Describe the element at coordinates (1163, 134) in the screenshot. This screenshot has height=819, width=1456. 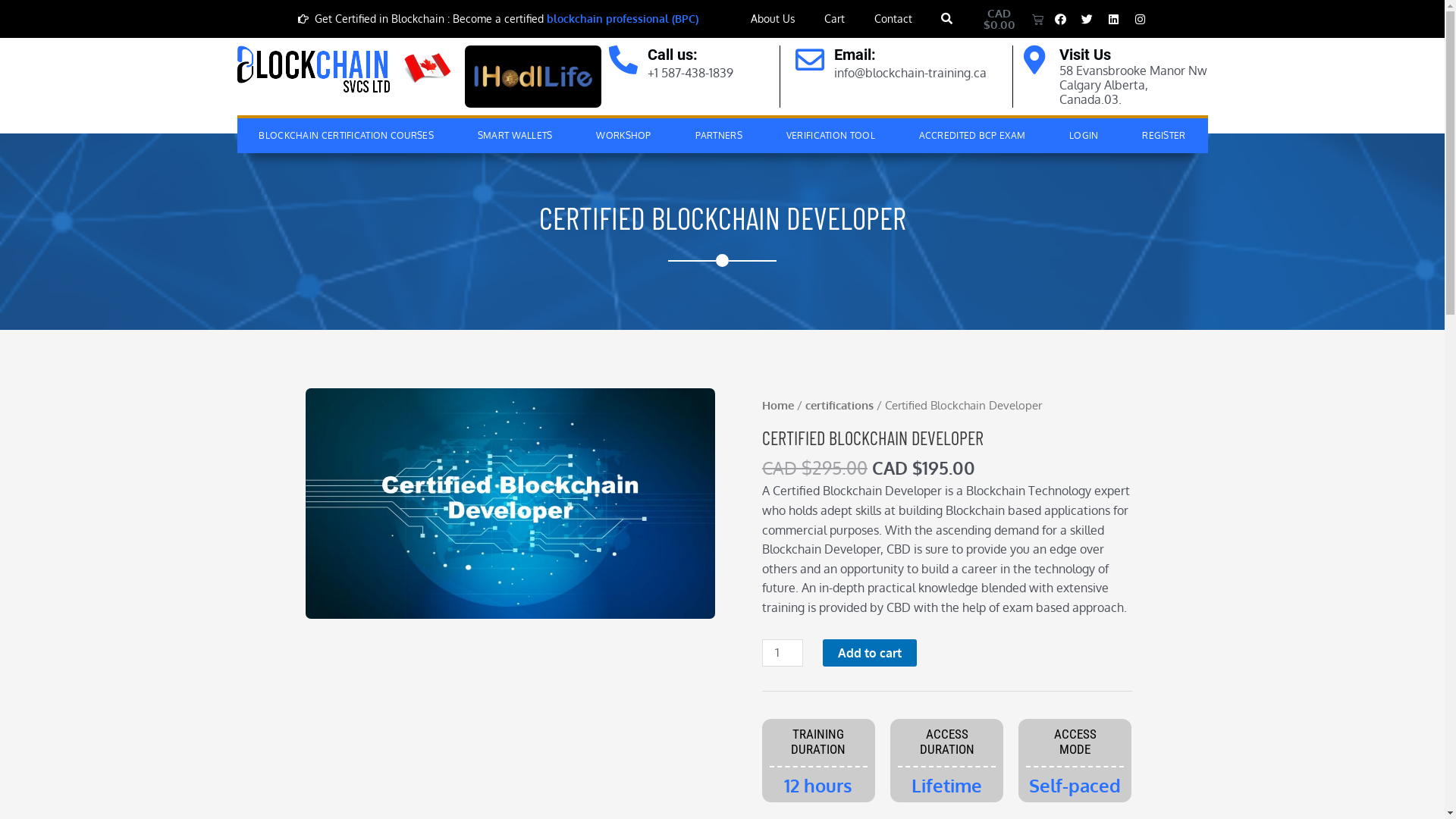
I see `'REGISTER'` at that location.